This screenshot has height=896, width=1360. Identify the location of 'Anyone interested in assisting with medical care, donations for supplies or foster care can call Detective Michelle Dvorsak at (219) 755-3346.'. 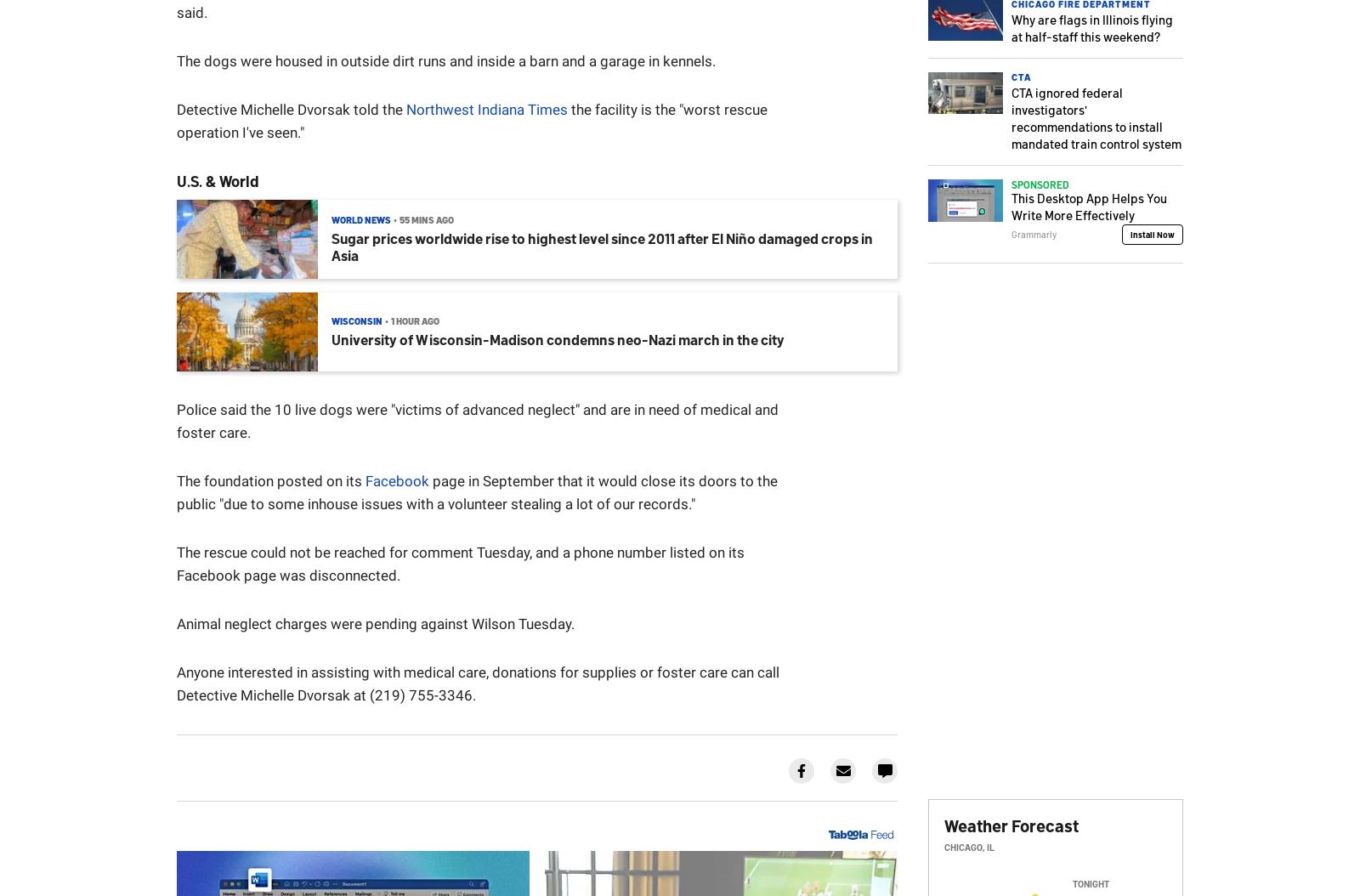
(477, 683).